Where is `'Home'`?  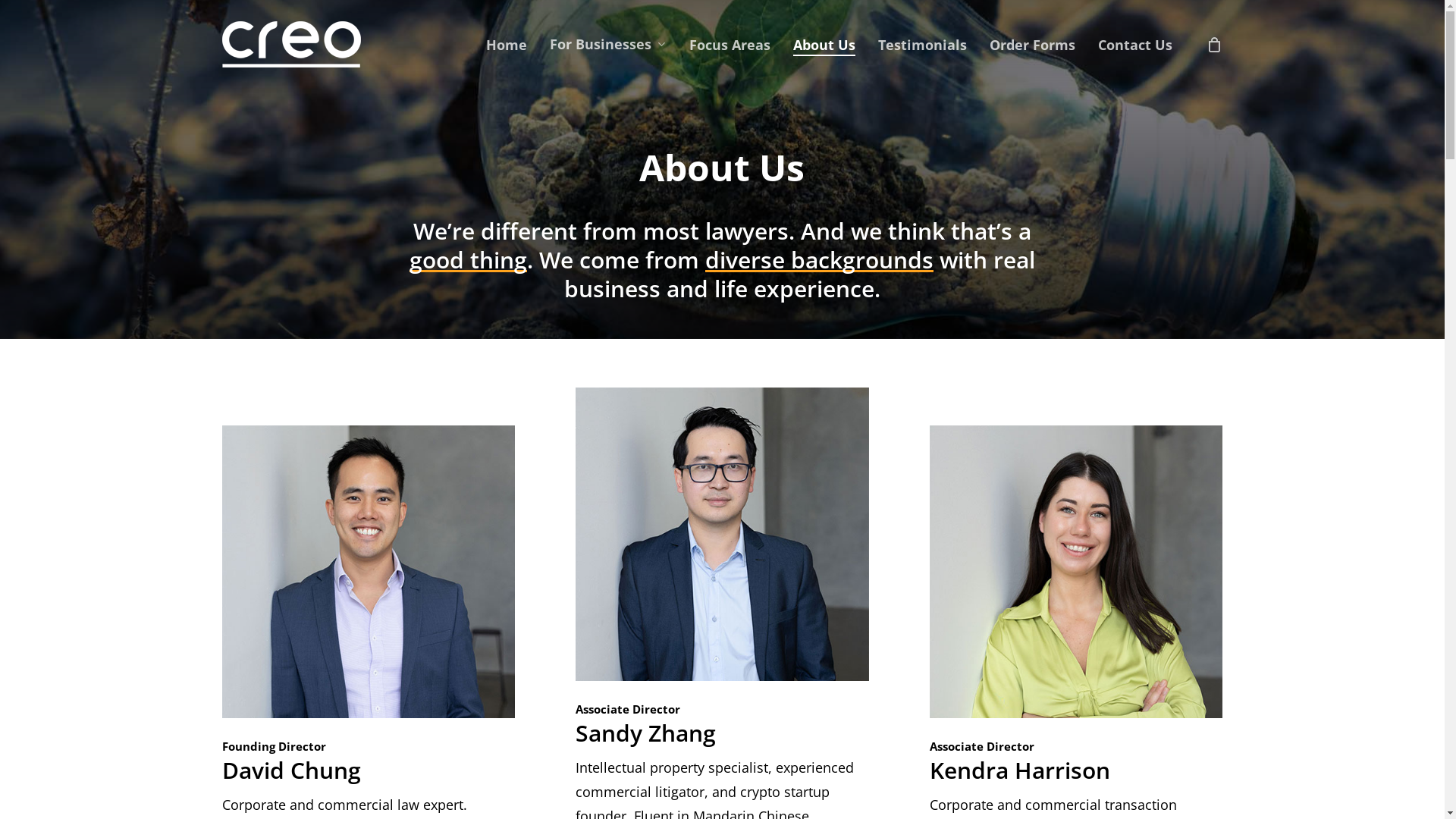 'Home' is located at coordinates (506, 43).